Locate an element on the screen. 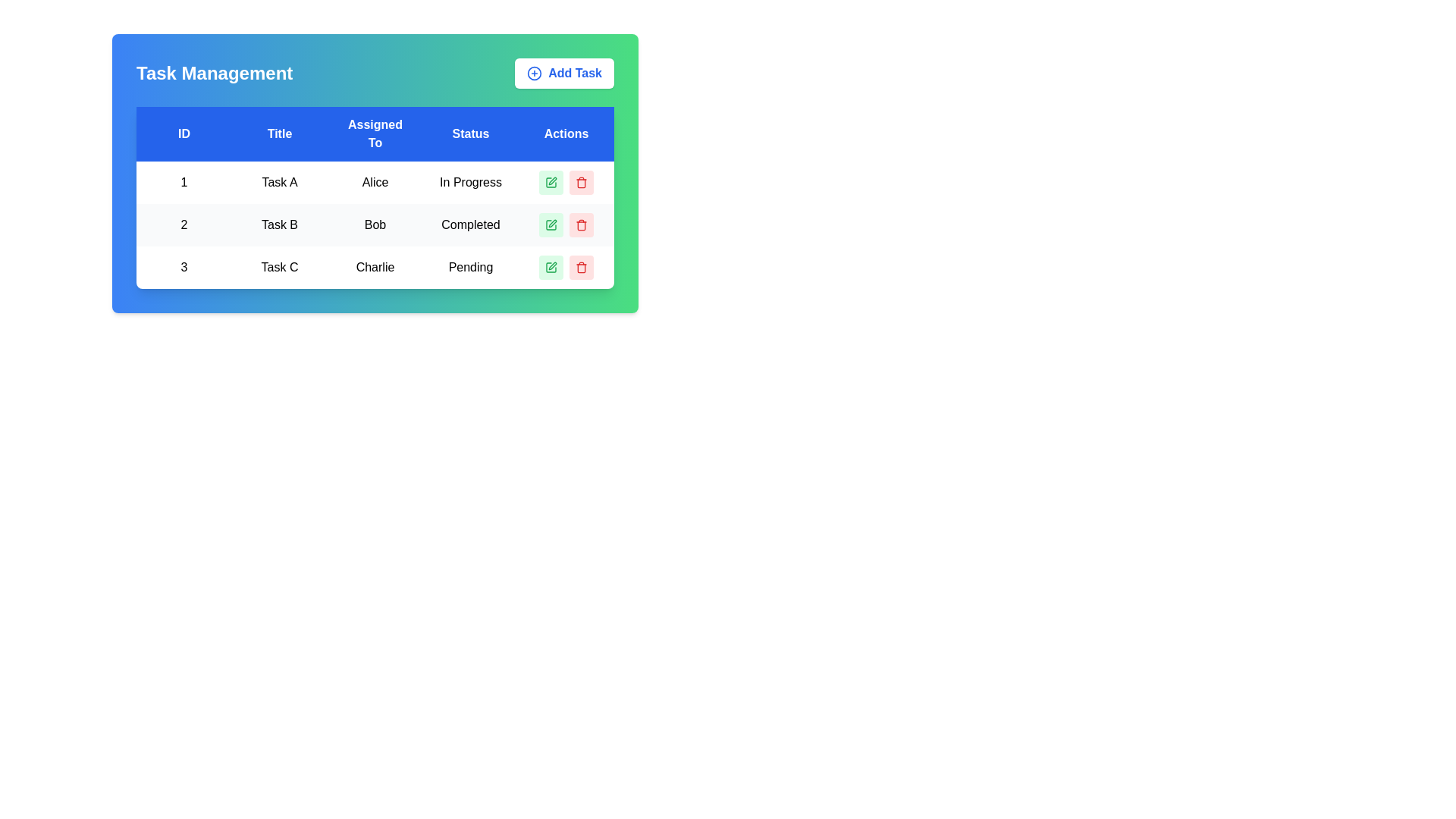 The height and width of the screenshot is (819, 1456). the button with a green background and rounded edges in the 'Actions' column of the third row corresponding to 'Task C' is located at coordinates (550, 267).